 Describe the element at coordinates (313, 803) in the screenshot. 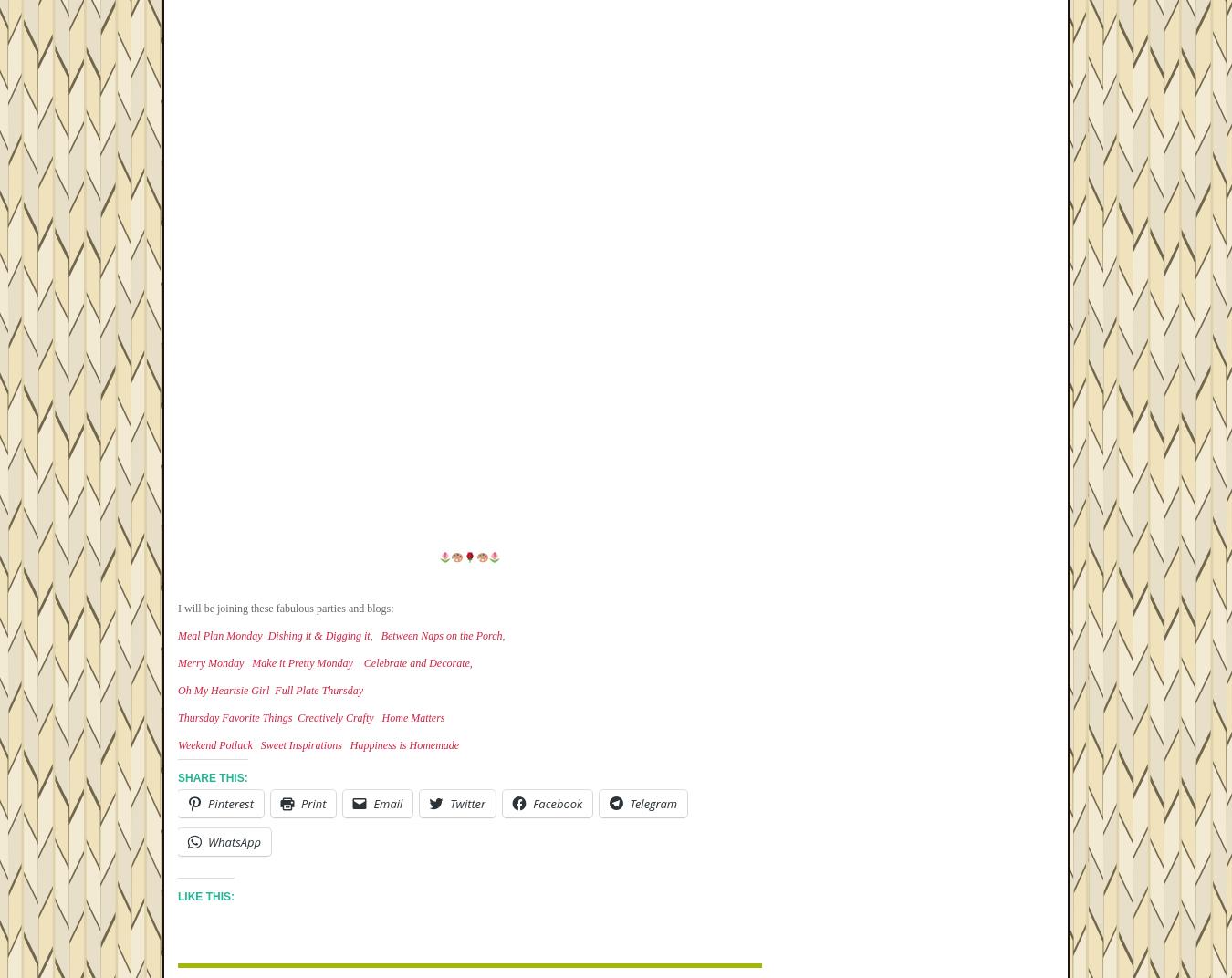

I see `'Print'` at that location.